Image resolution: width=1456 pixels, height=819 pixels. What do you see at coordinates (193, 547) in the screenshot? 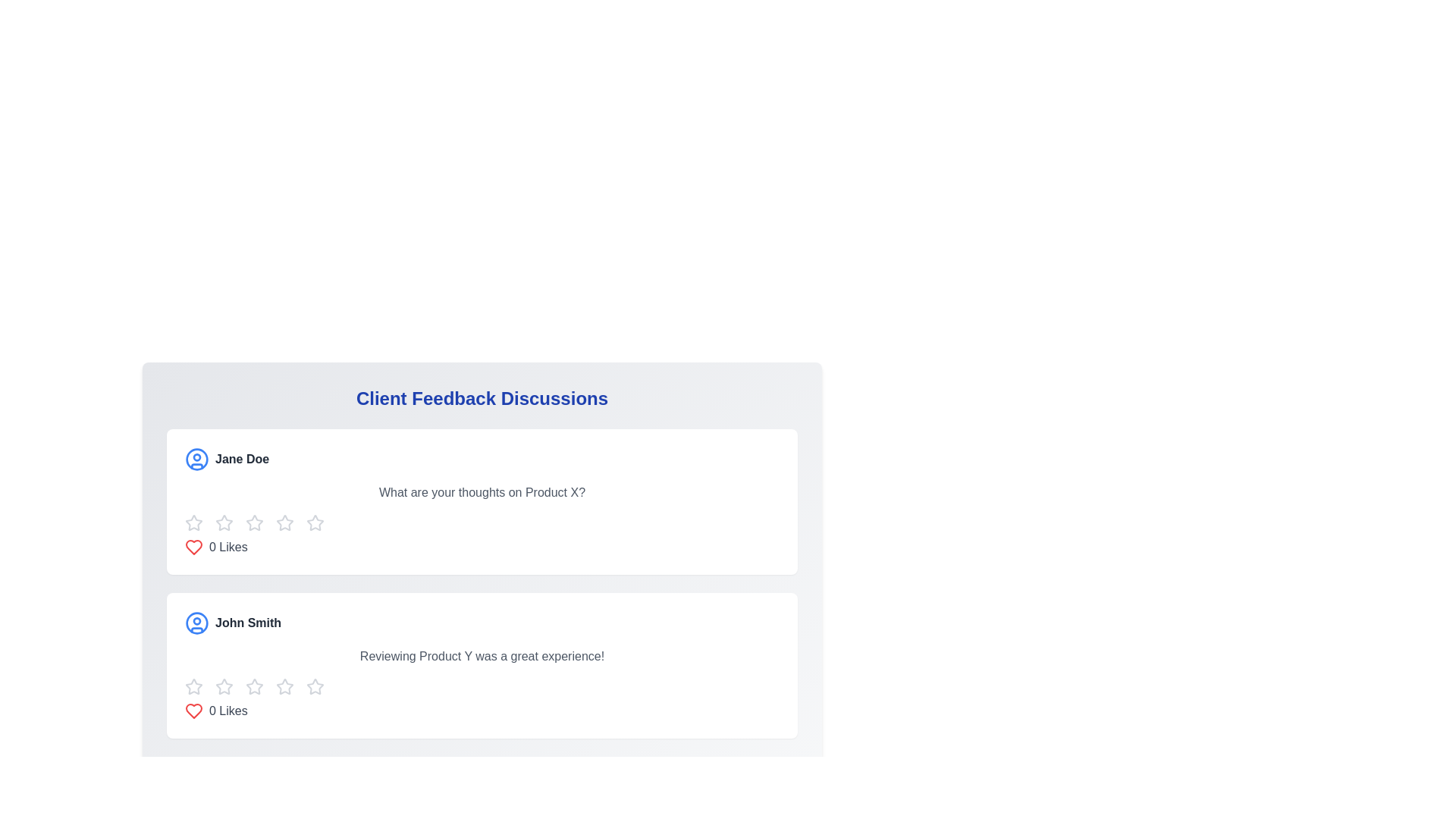
I see `the like button located to the left of the '0 Likes' text in the feedback section under Jane Doe's comment` at bounding box center [193, 547].